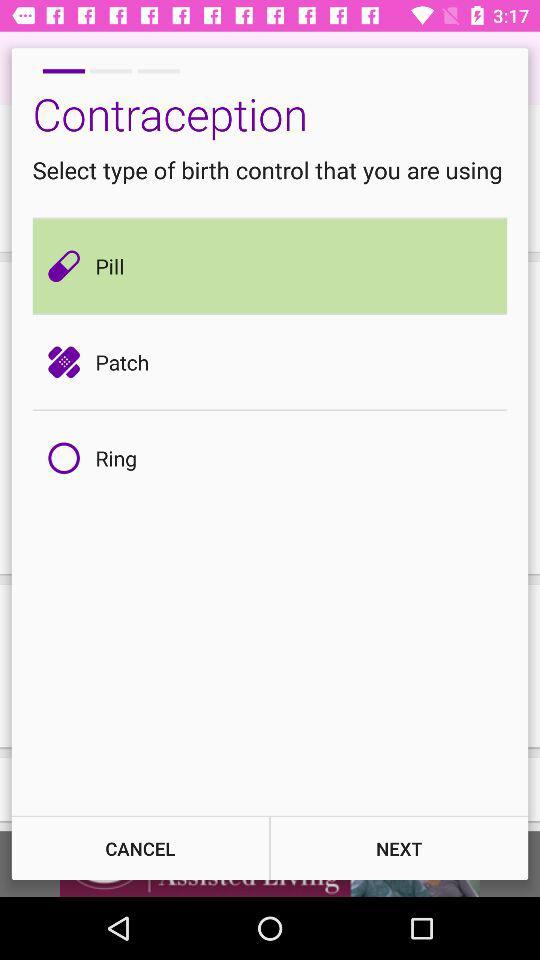  What do you see at coordinates (68, 458) in the screenshot?
I see `the circle image option before ring` at bounding box center [68, 458].